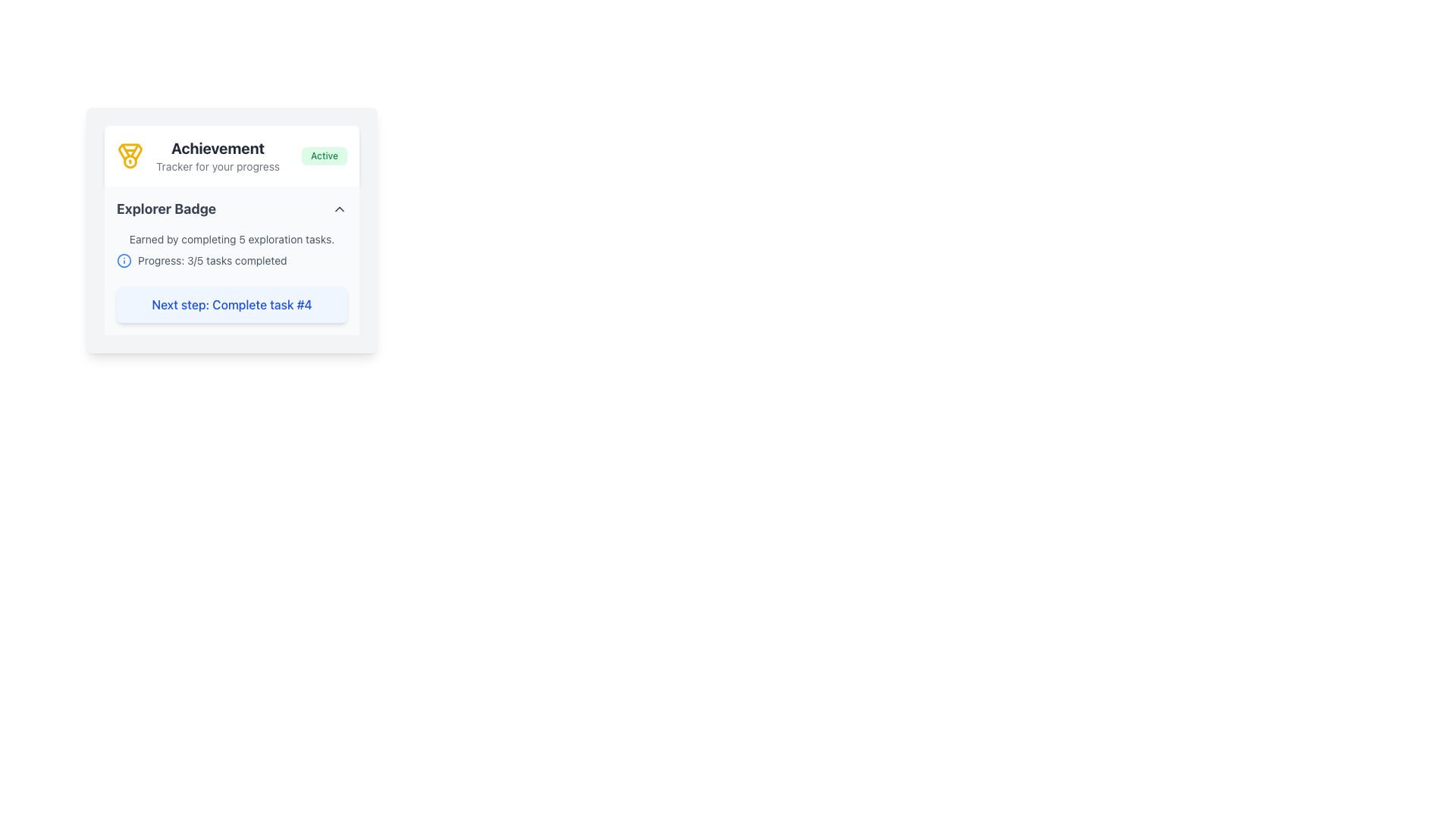  What do you see at coordinates (212, 259) in the screenshot?
I see `text displayed on the progress Text Label located below 'Earned by completing 5 exploration tasks' in the 'Explorer Badge' section` at bounding box center [212, 259].